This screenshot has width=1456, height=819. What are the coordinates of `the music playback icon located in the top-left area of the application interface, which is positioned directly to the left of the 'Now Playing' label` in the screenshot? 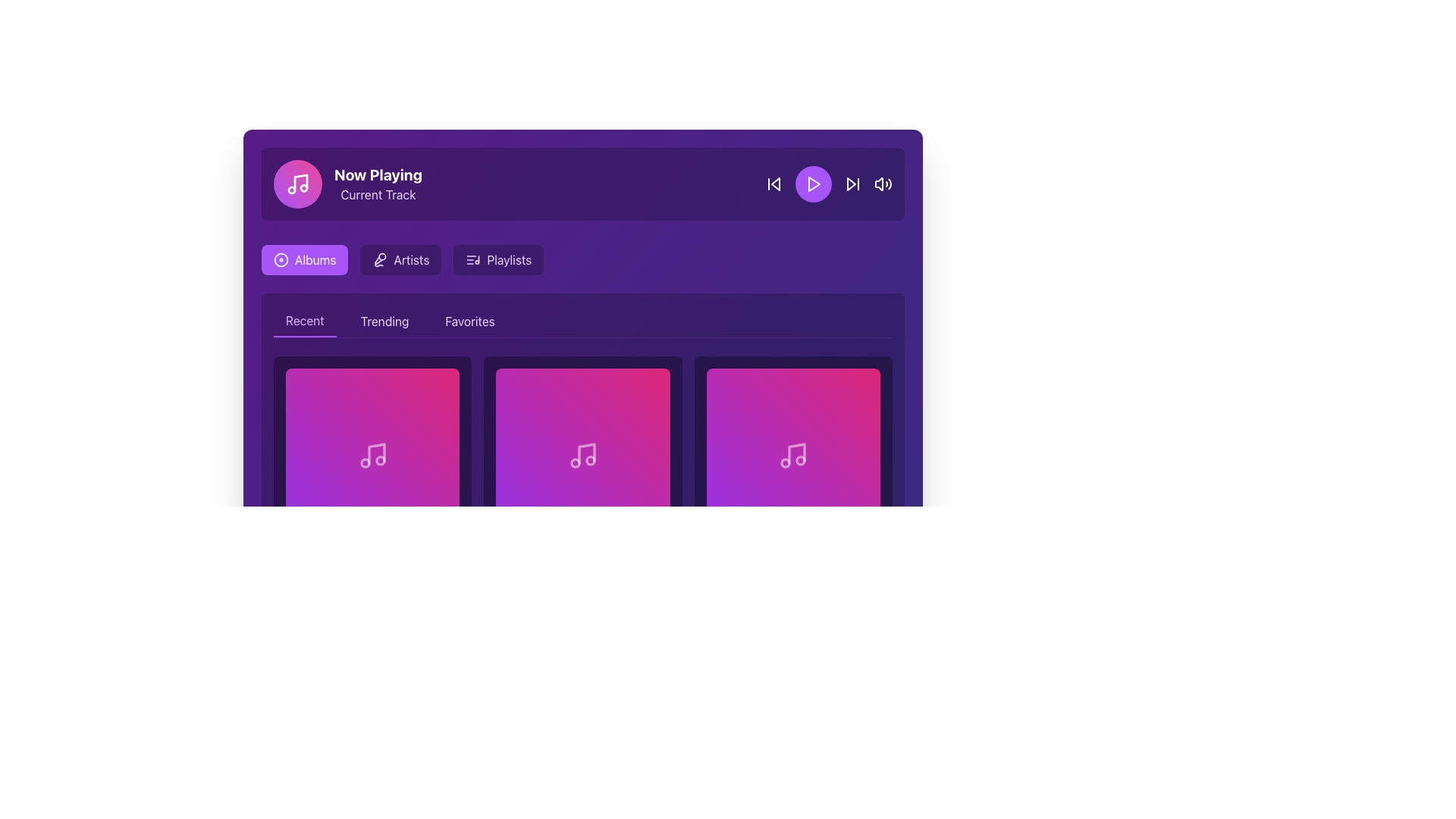 It's located at (298, 184).